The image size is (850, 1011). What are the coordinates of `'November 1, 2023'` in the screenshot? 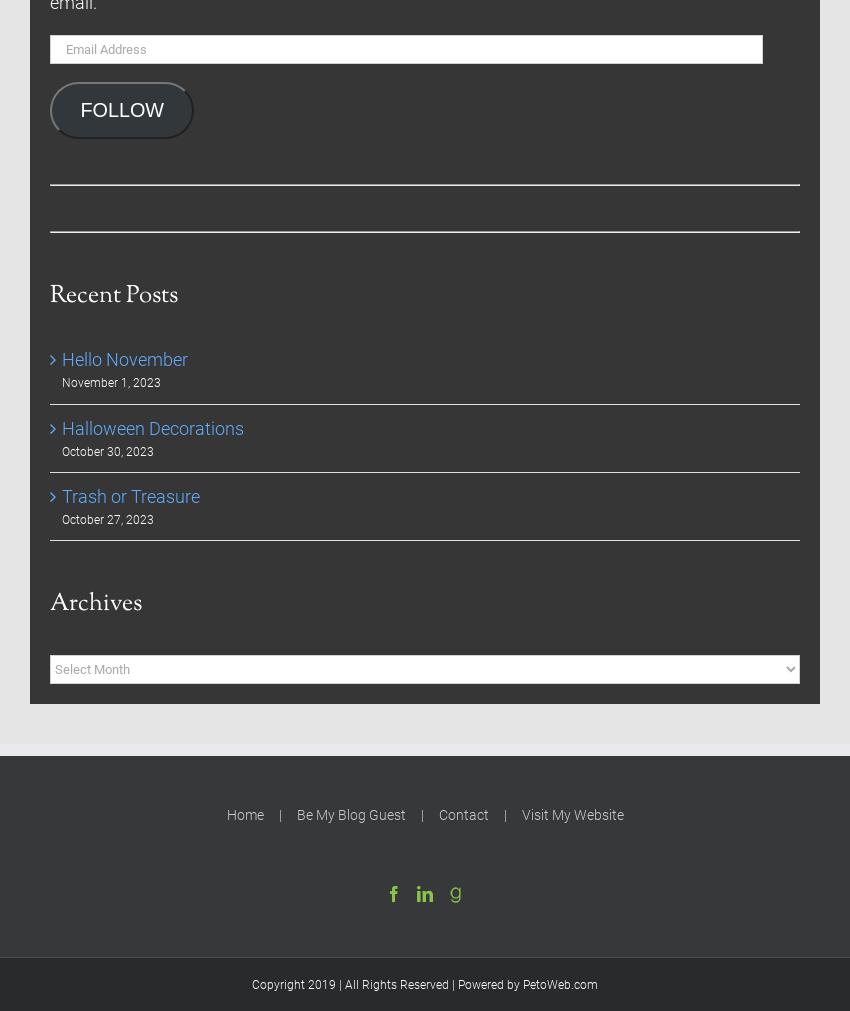 It's located at (61, 381).